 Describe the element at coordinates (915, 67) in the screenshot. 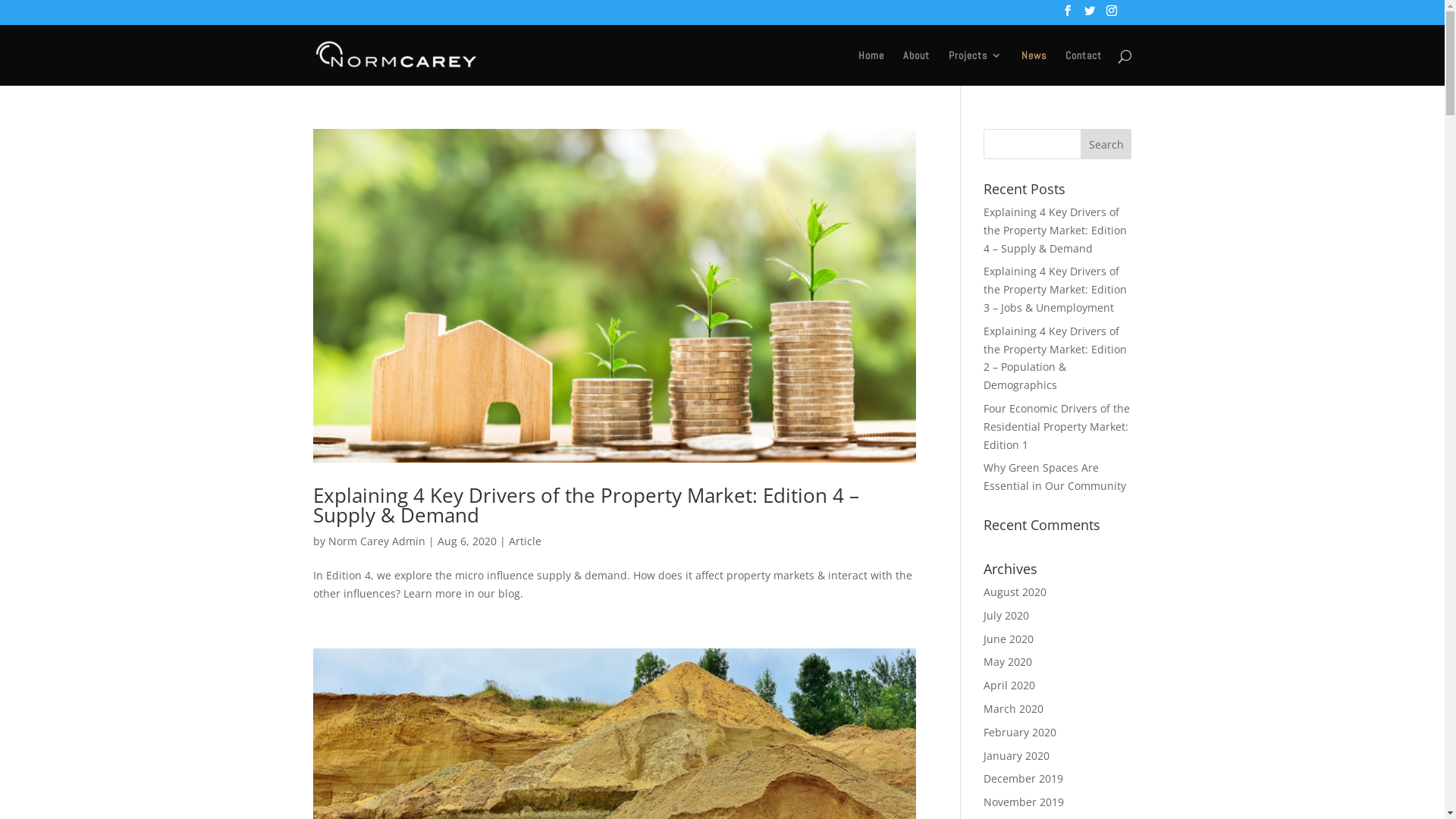

I see `'About'` at that location.